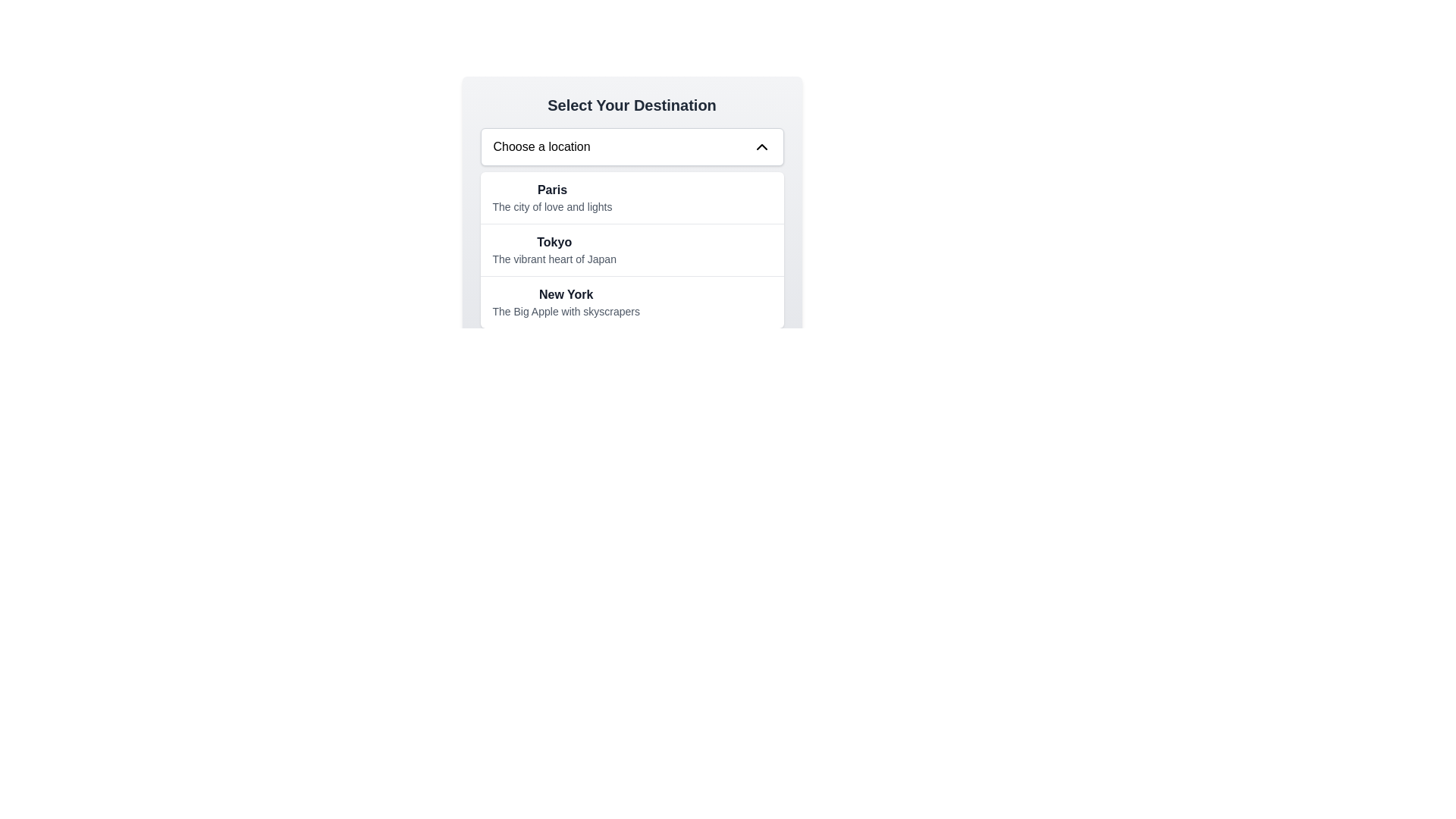  What do you see at coordinates (632, 302) in the screenshot?
I see `the text block that provides information about the destination 'New York,' which includes the tagline 'The Big Apple with skyscrapers.' This text block is the third item in the vertical list under the header 'Select Your Destination.'` at bounding box center [632, 302].